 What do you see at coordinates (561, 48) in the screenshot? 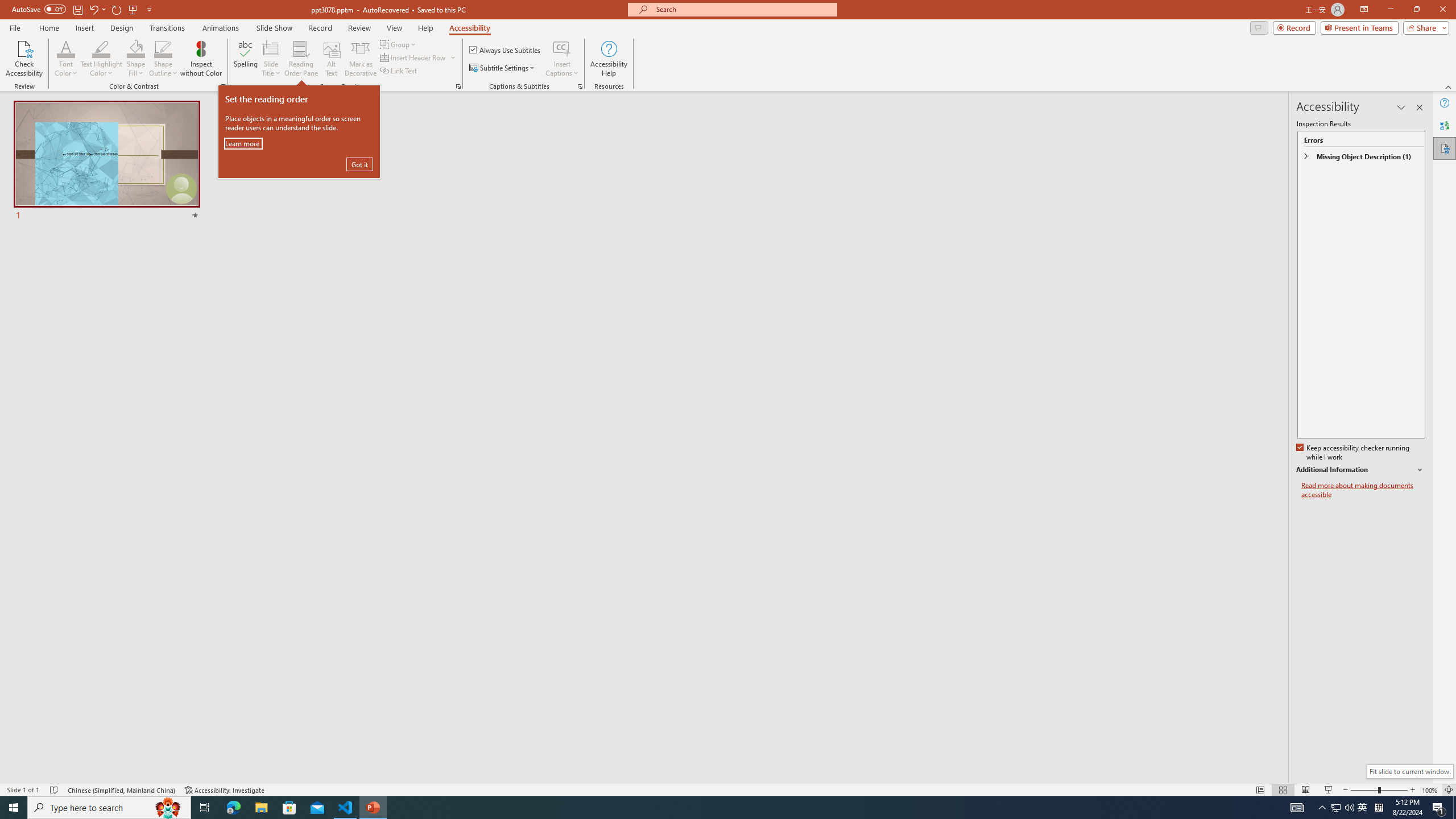
I see `'Insert Captions'` at bounding box center [561, 48].